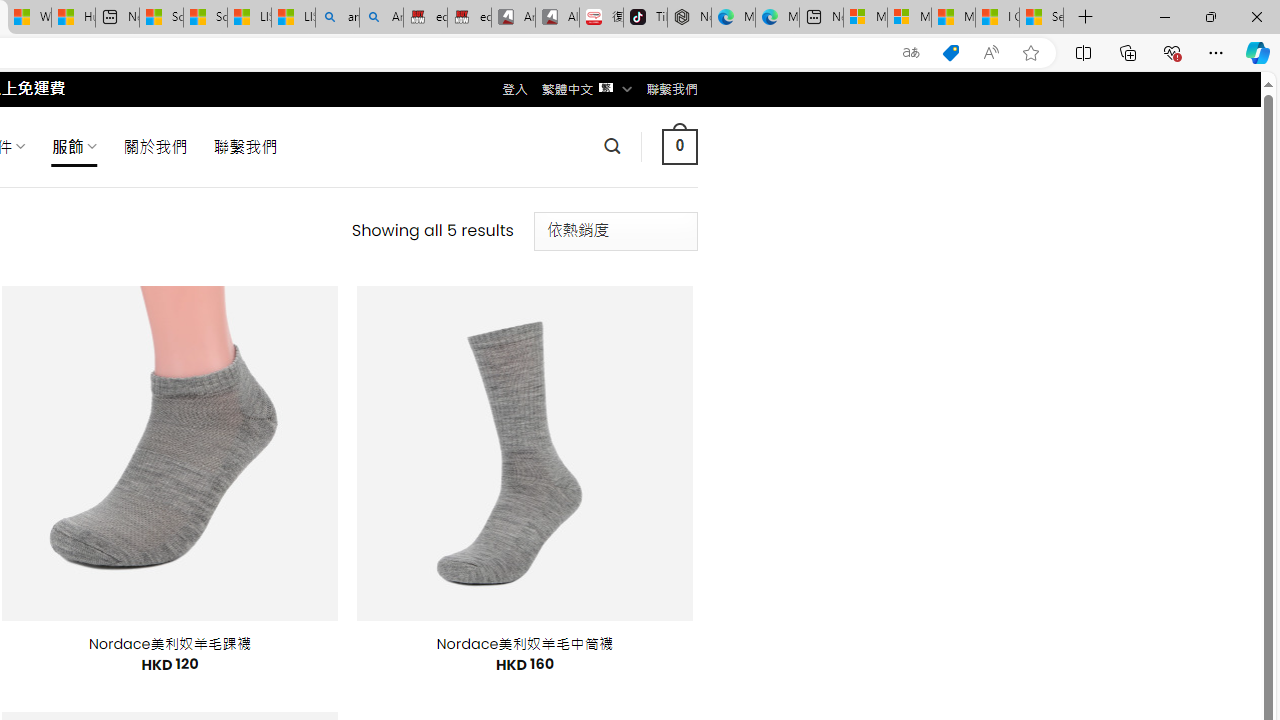 The image size is (1280, 720). Describe the element at coordinates (679, 145) in the screenshot. I see `'  0  '` at that location.